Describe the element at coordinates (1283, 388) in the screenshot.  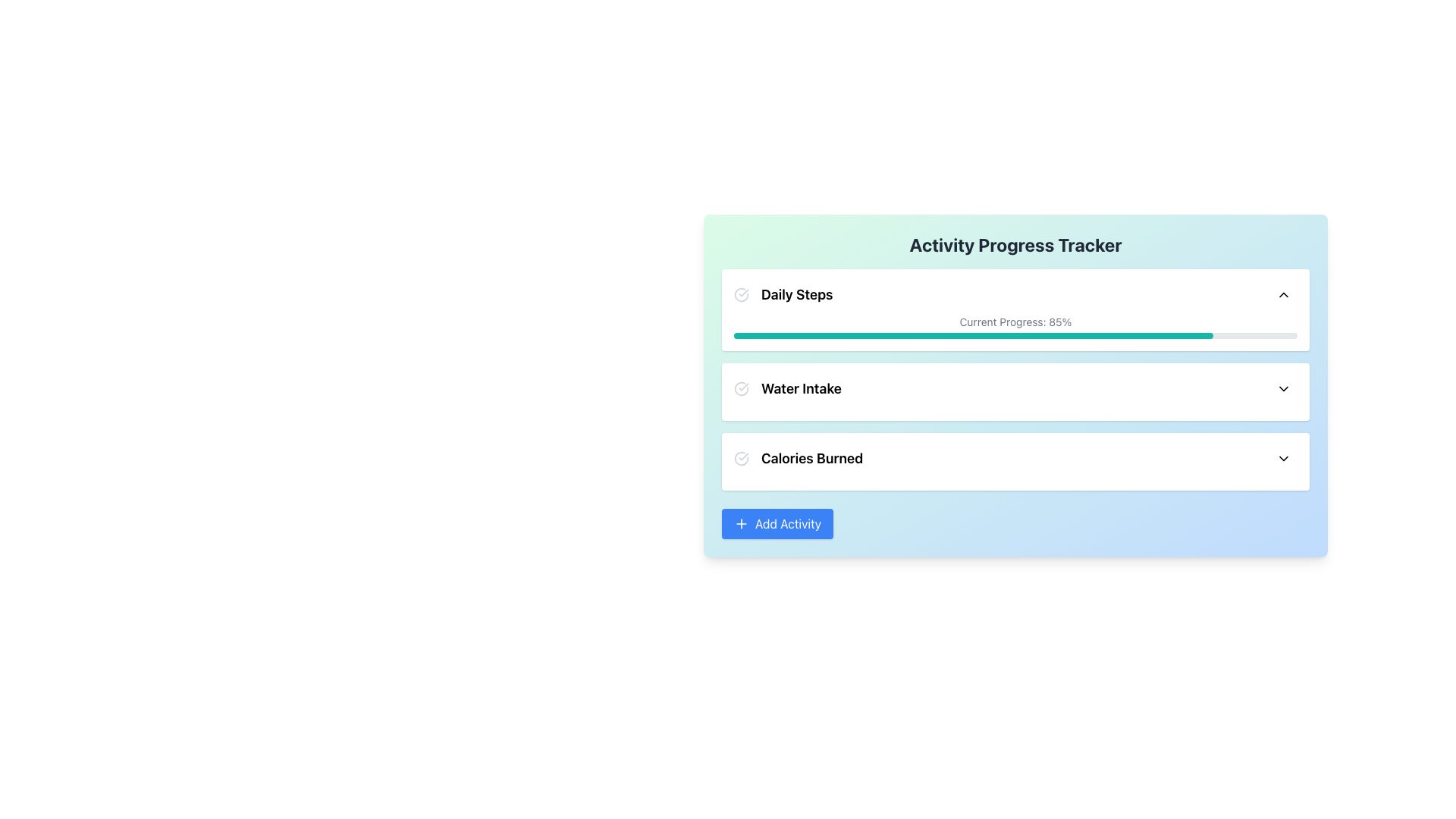
I see `the chevron icon that indicates the expandable 'Water Intake' section` at that location.